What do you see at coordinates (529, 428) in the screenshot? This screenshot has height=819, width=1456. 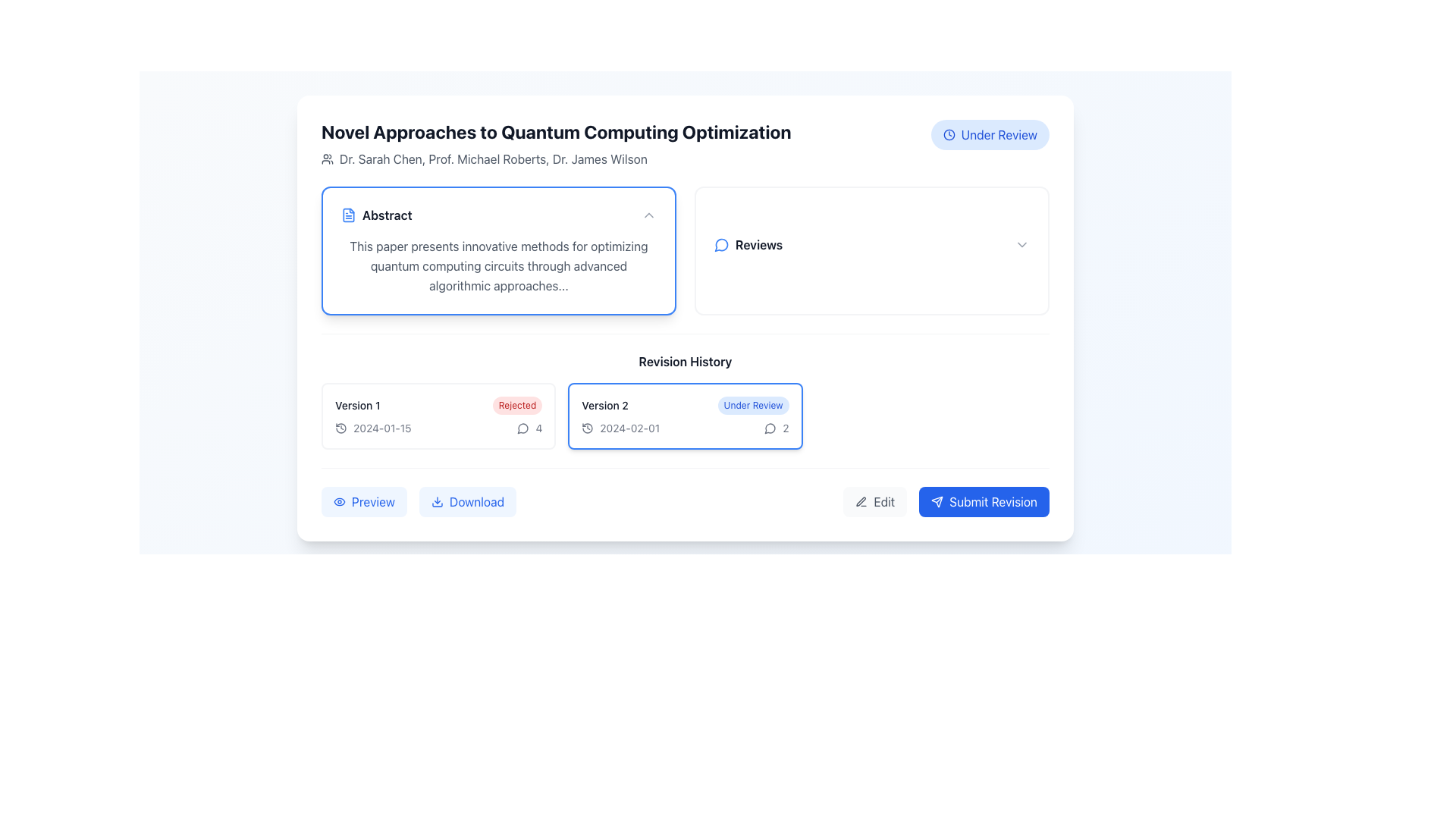 I see `the Badge with an icon and numerical label that indicates the number of comments associated with 'Version 1', located at the bottom right section of the 'Version 1' card in the revision history section` at bounding box center [529, 428].